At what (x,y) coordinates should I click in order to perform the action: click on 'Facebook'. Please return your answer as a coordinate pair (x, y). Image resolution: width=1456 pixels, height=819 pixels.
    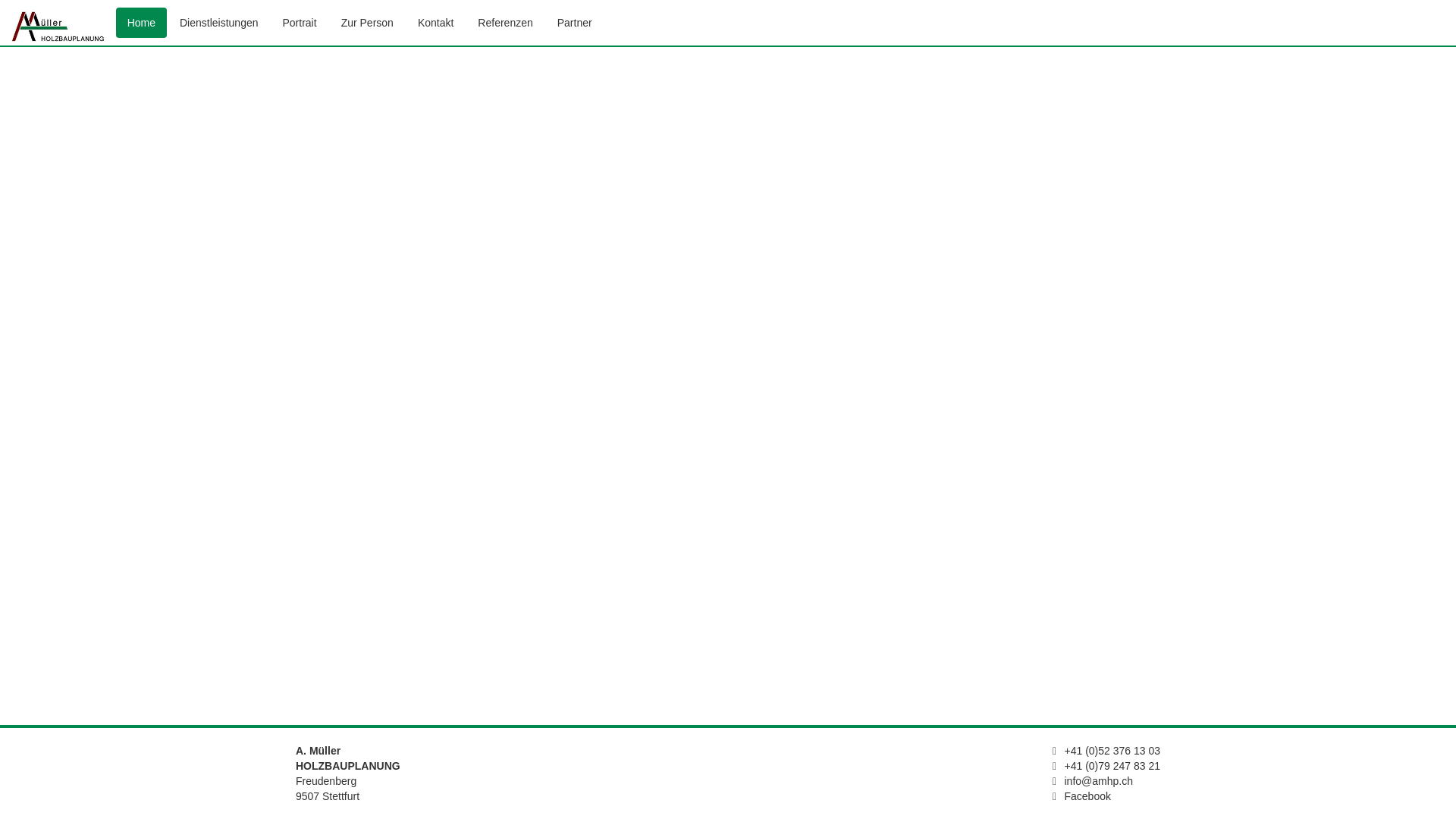
    Looking at the image, I should click on (1087, 795).